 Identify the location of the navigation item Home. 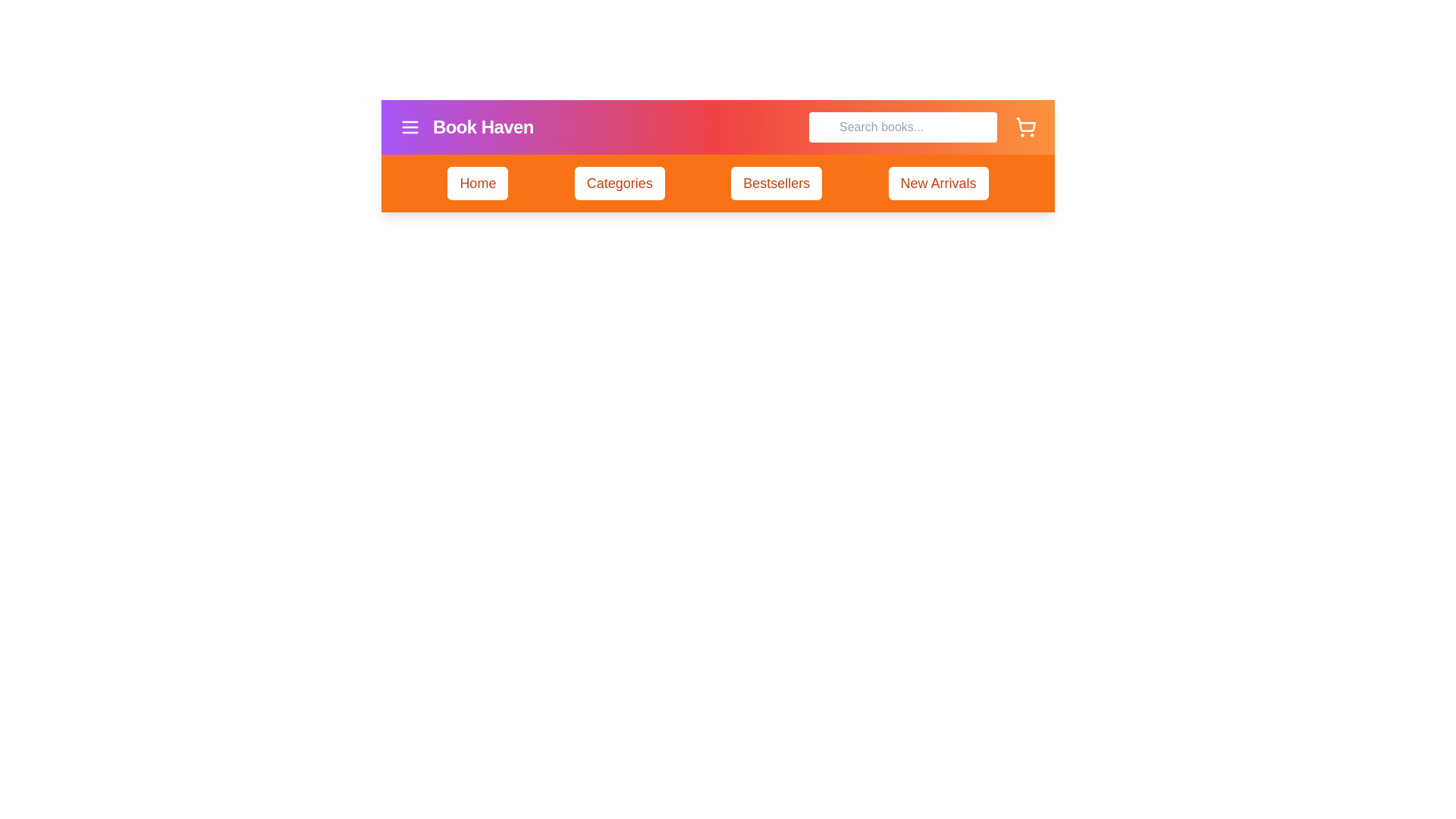
(476, 183).